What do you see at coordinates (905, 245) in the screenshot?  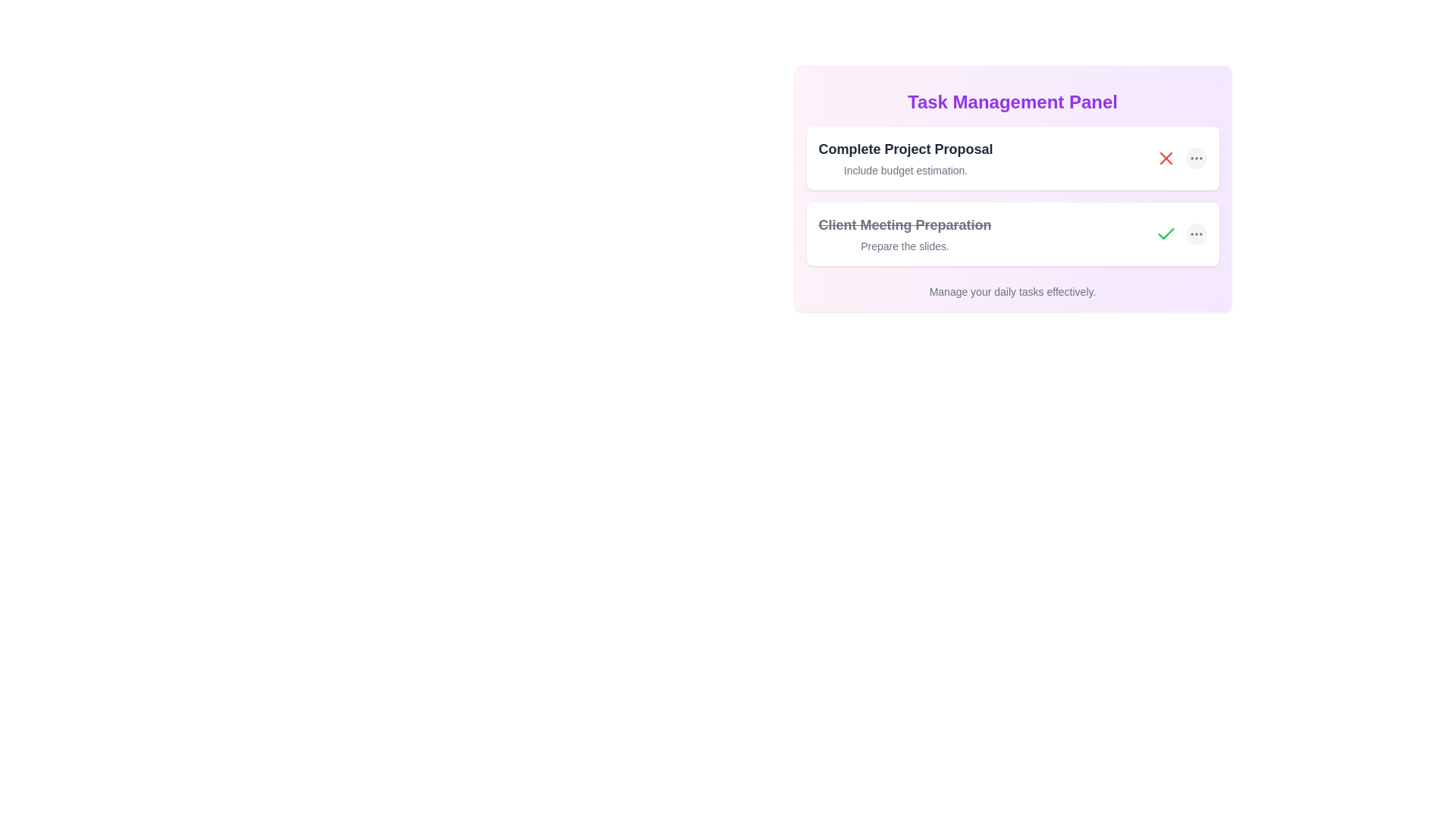 I see `the text element providing additional details about the task 'Client Meeting Preparation', which states 'Prepare the slides.'` at bounding box center [905, 245].